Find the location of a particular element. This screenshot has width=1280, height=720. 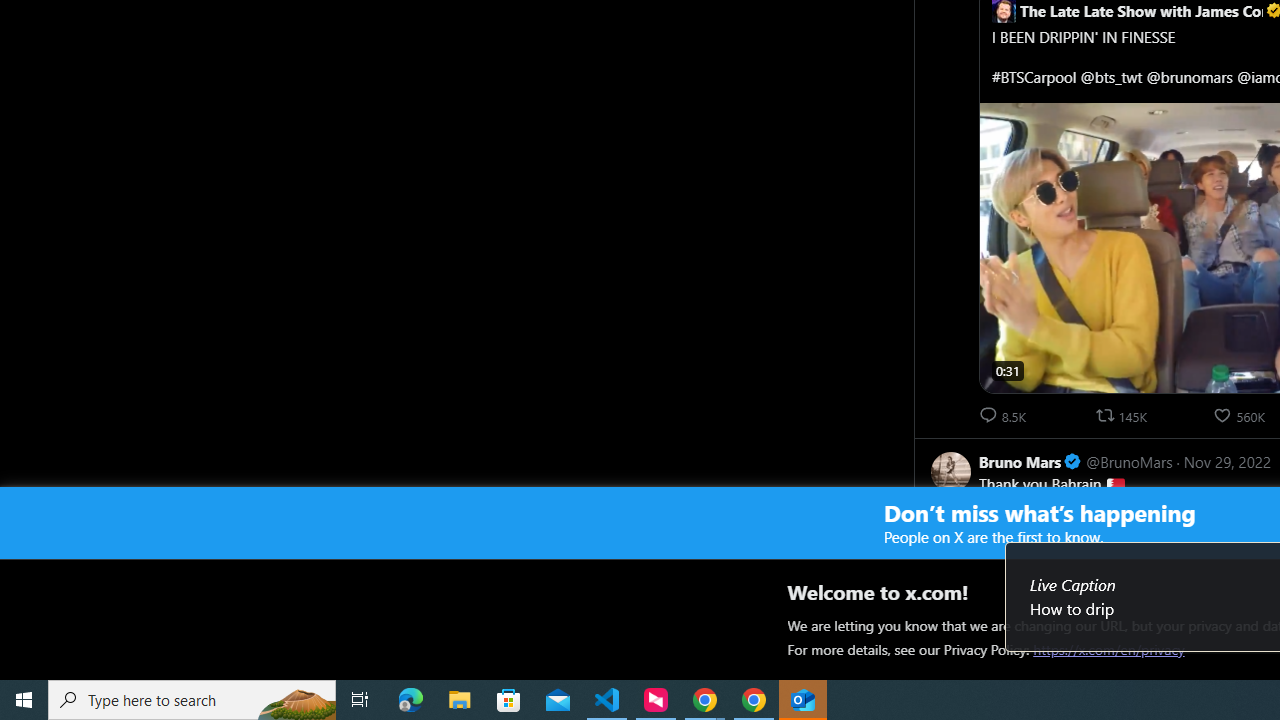

'145681 reposts. Repost' is located at coordinates (1123, 414).